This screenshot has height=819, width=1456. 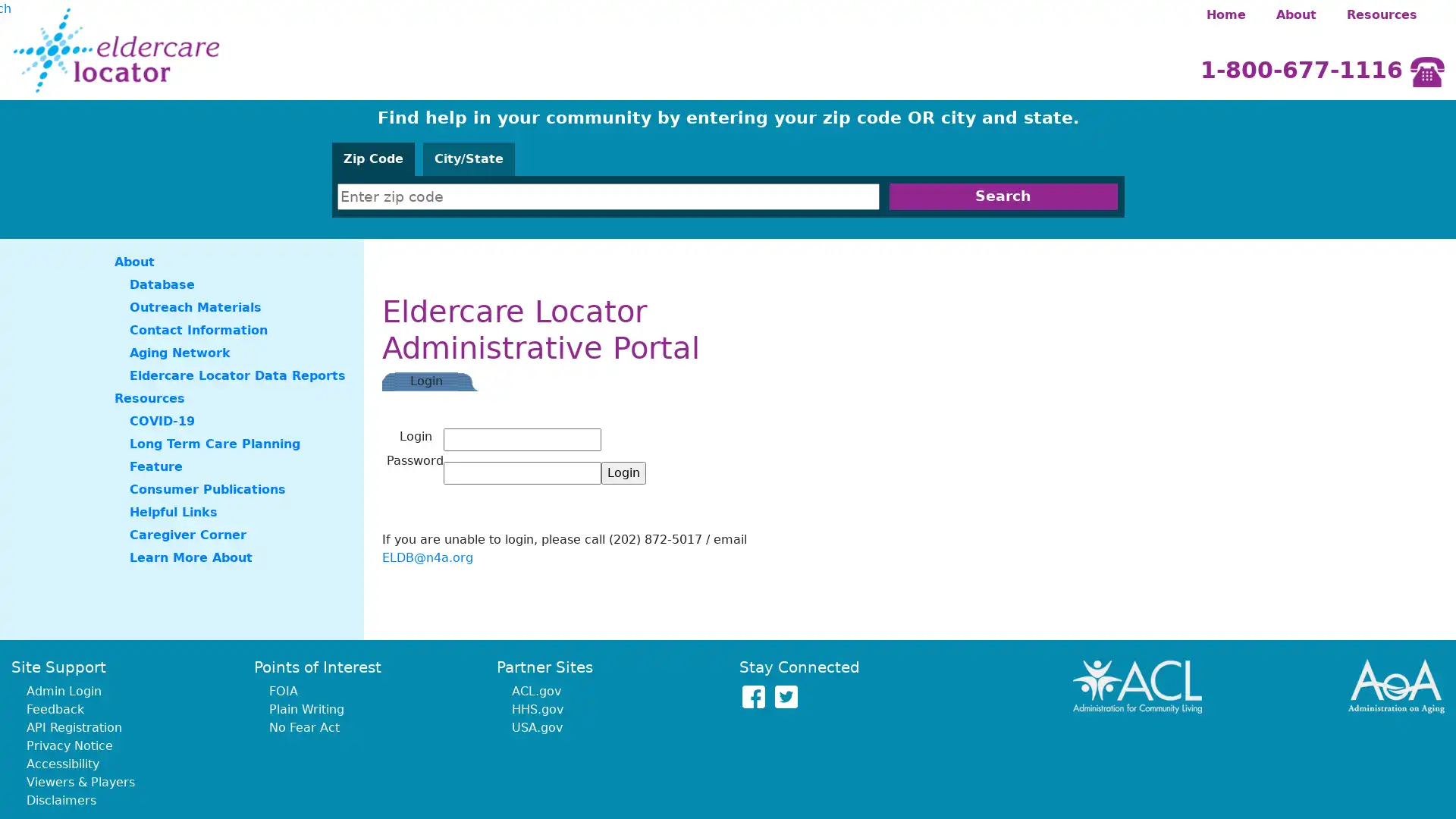 What do you see at coordinates (1003, 196) in the screenshot?
I see `Search` at bounding box center [1003, 196].